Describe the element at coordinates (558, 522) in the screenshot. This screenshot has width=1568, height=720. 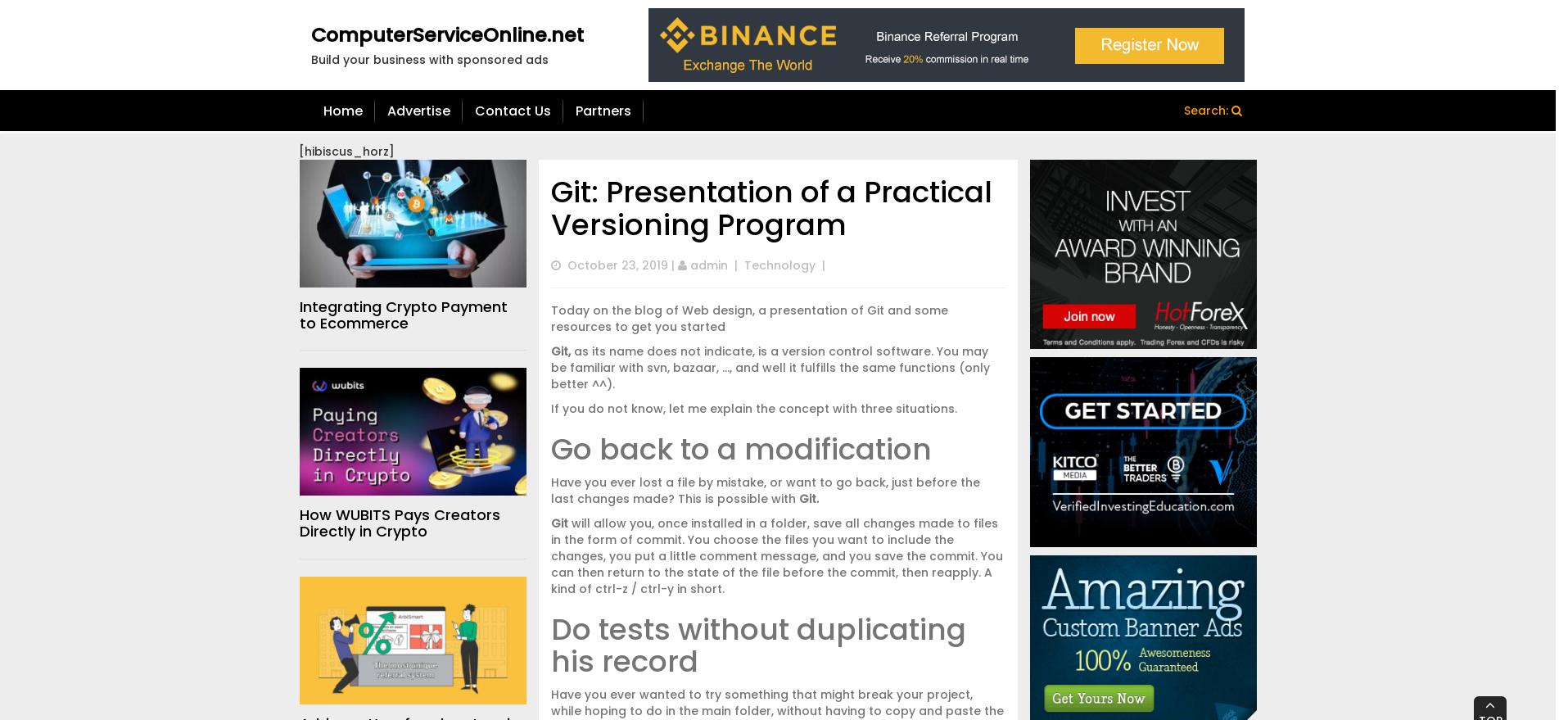
I see `'Git'` at that location.